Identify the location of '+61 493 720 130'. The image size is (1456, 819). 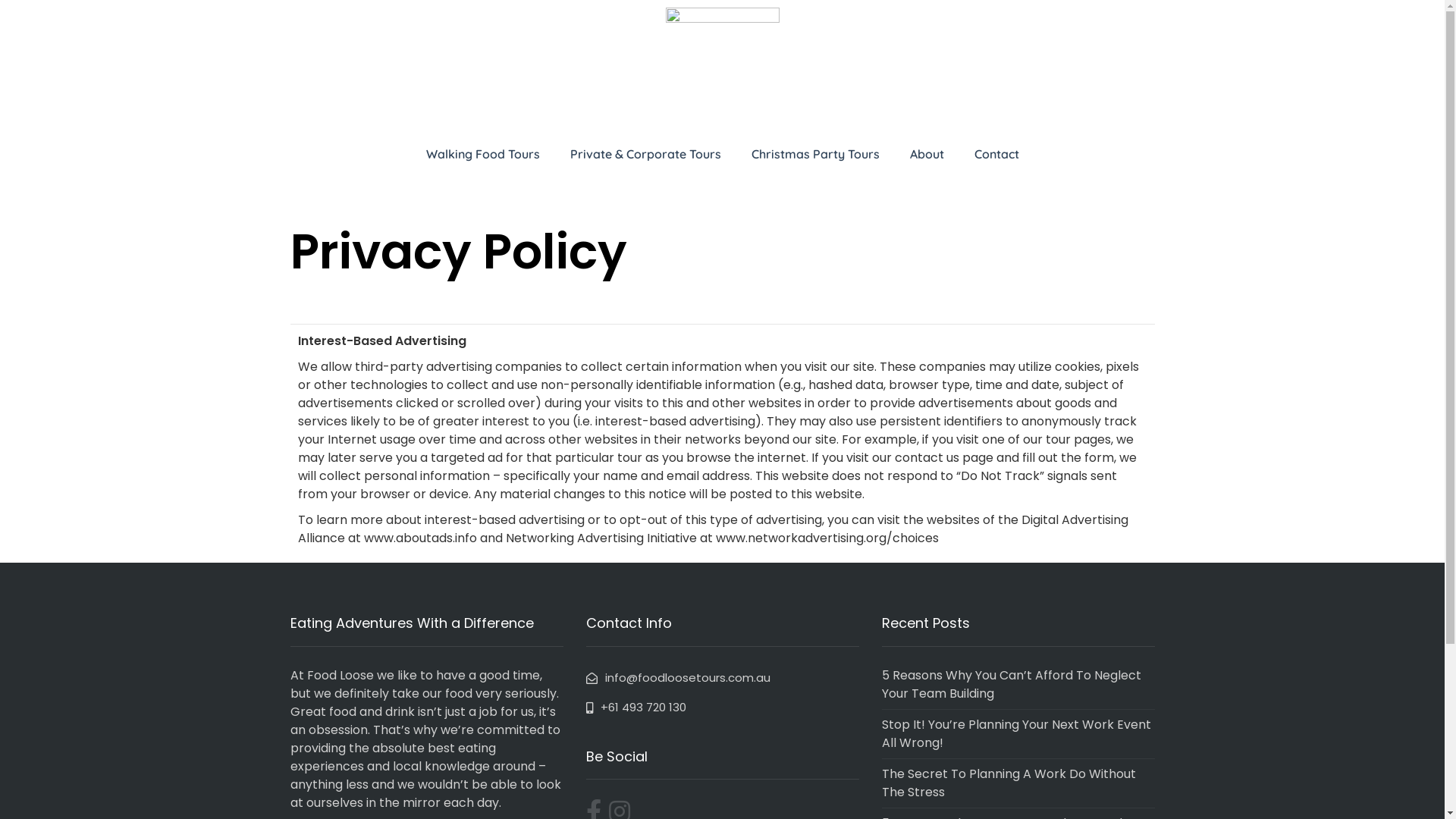
(635, 707).